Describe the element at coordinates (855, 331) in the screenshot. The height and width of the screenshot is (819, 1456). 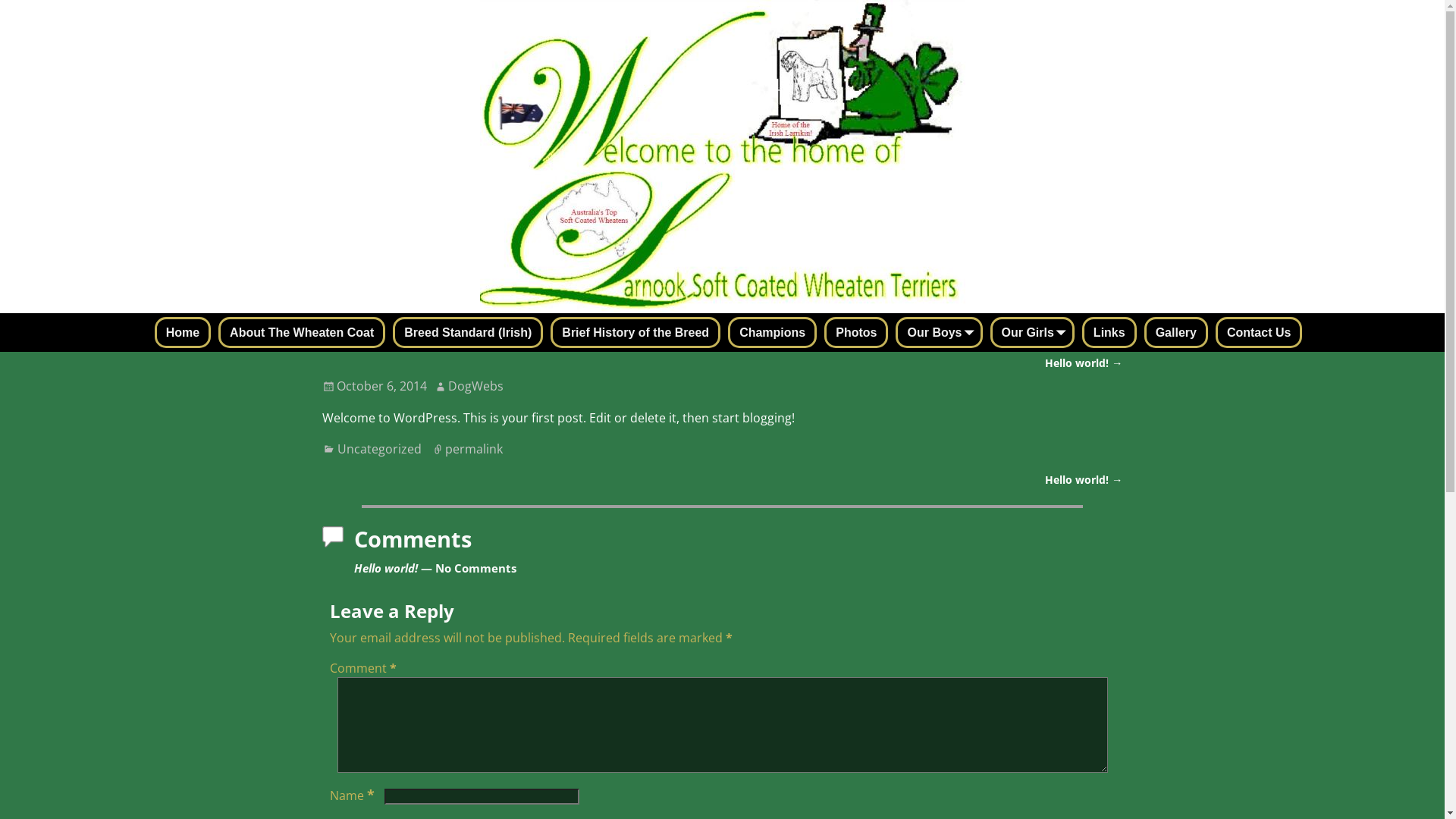
I see `'Photos'` at that location.